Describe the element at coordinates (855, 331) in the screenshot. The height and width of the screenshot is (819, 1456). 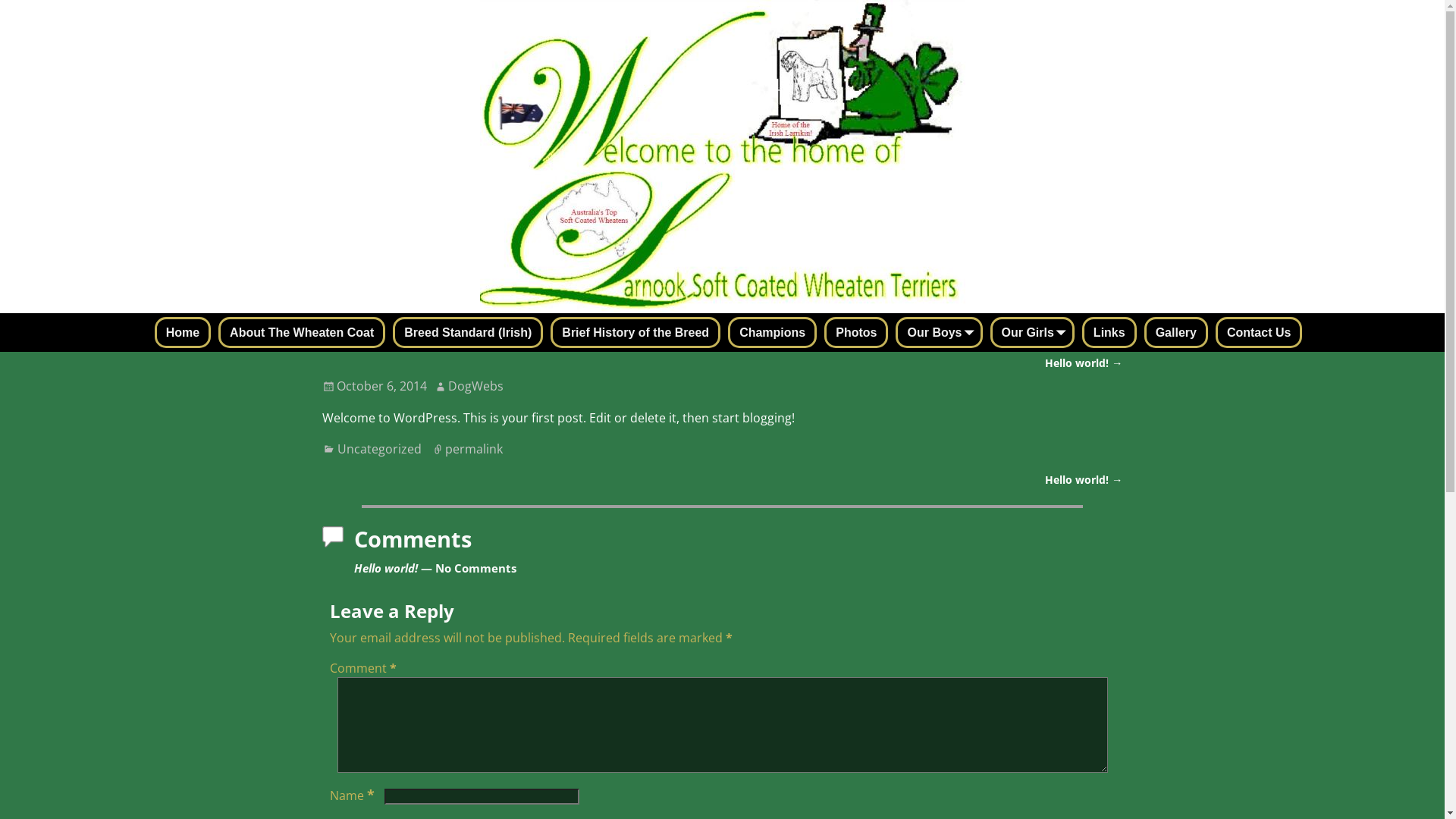
I see `'Photos'` at that location.